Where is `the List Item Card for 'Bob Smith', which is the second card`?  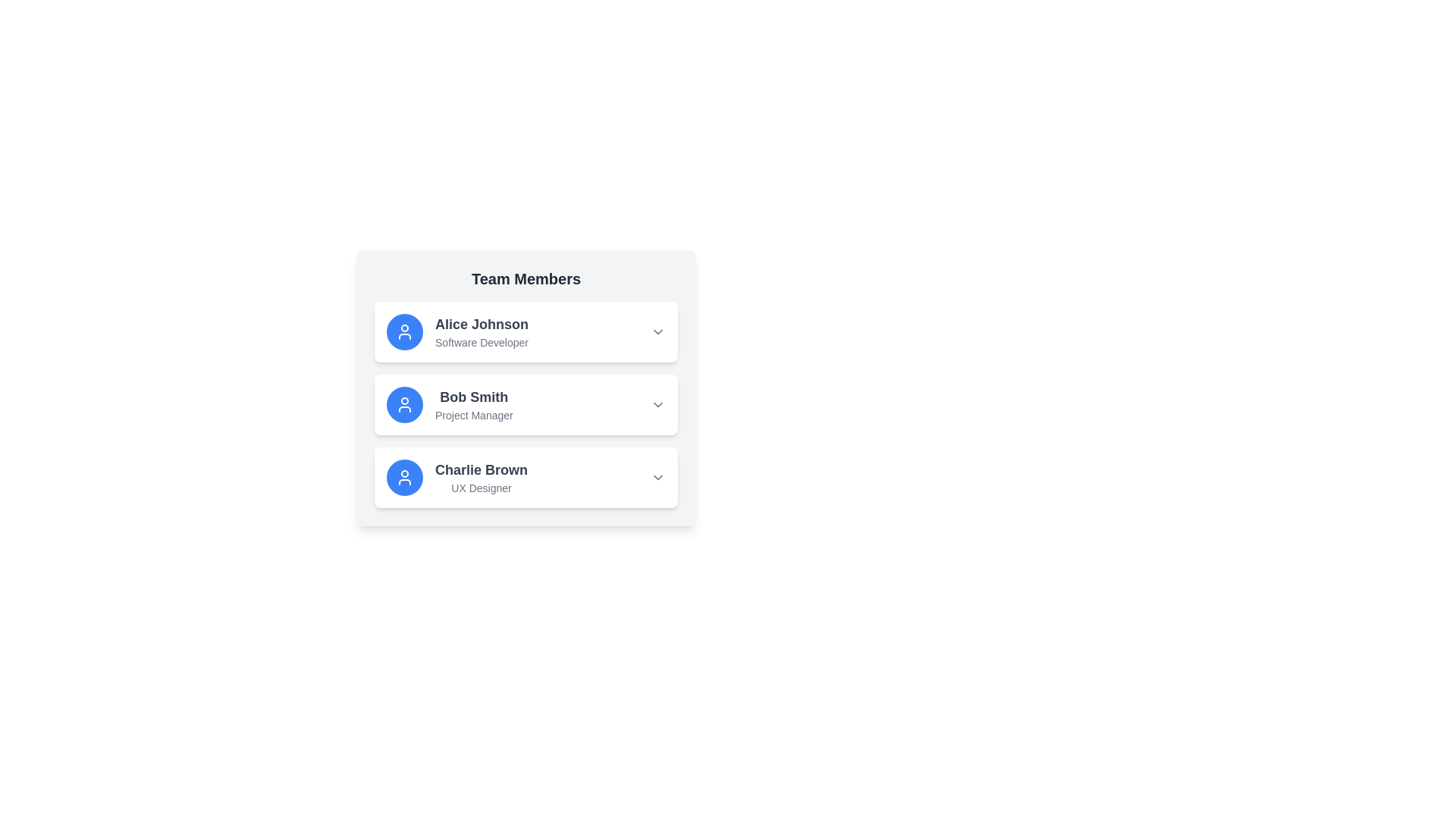
the List Item Card for 'Bob Smith', which is the second card is located at coordinates (526, 388).